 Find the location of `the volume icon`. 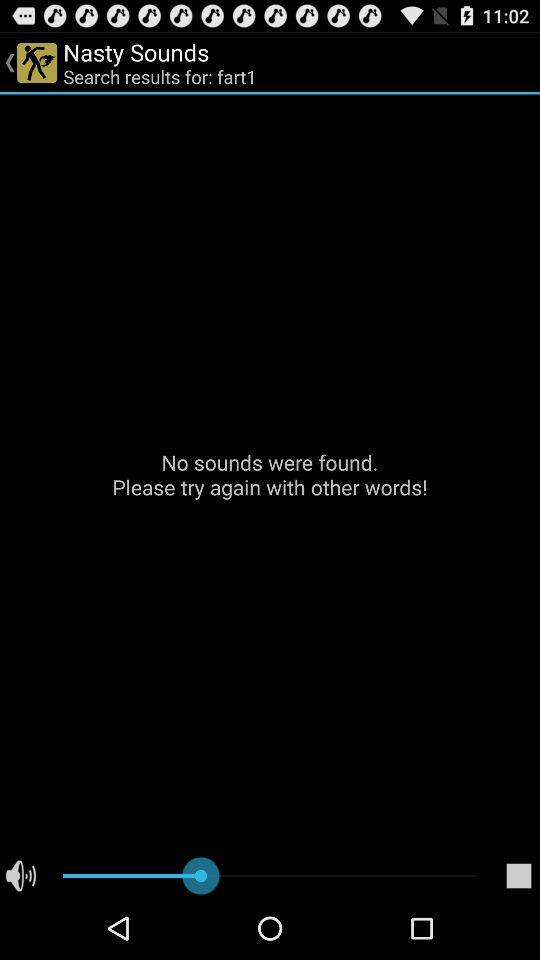

the volume icon is located at coordinates (20, 937).